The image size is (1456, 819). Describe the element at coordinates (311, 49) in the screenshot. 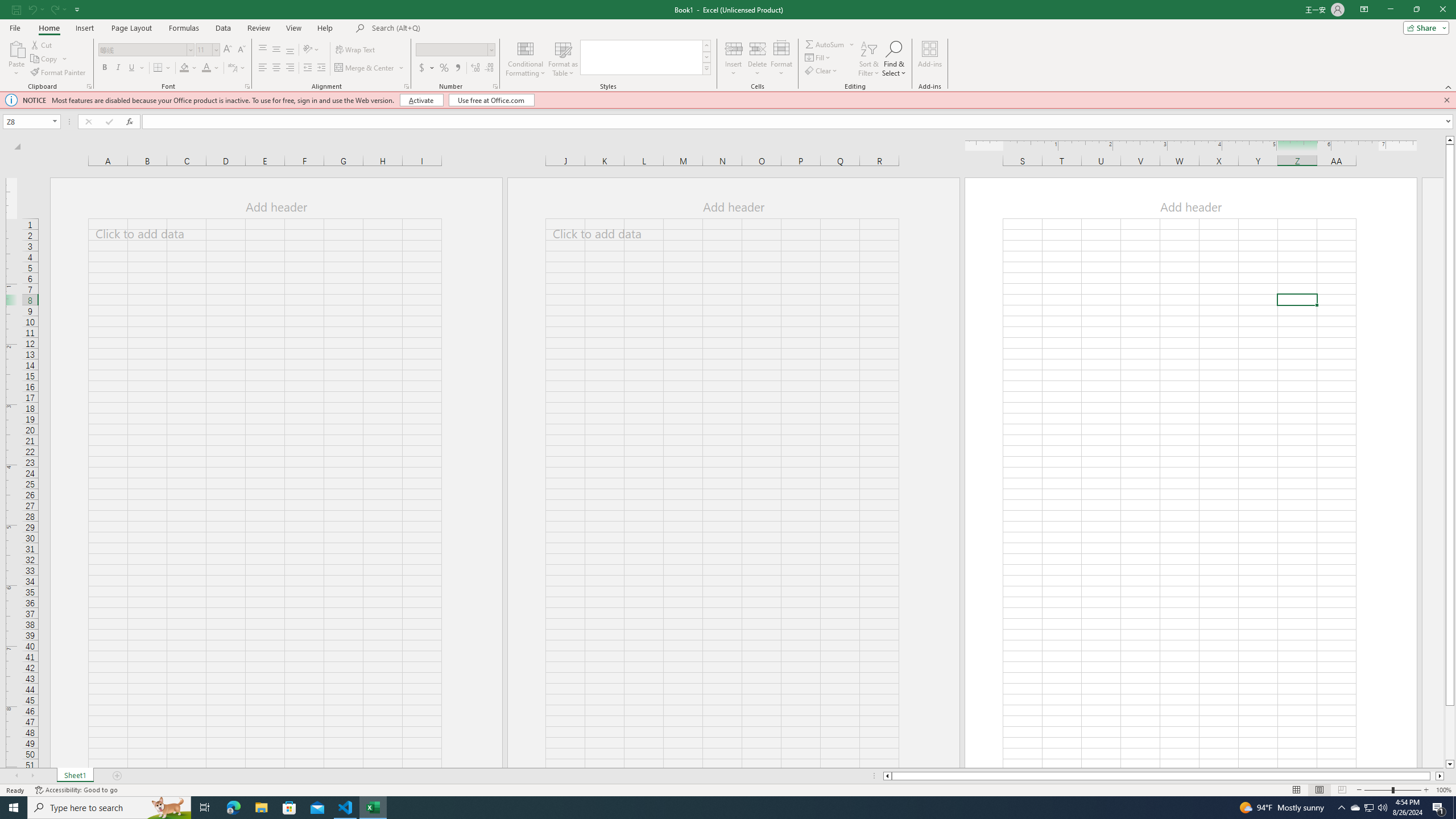

I see `'Orientation'` at that location.